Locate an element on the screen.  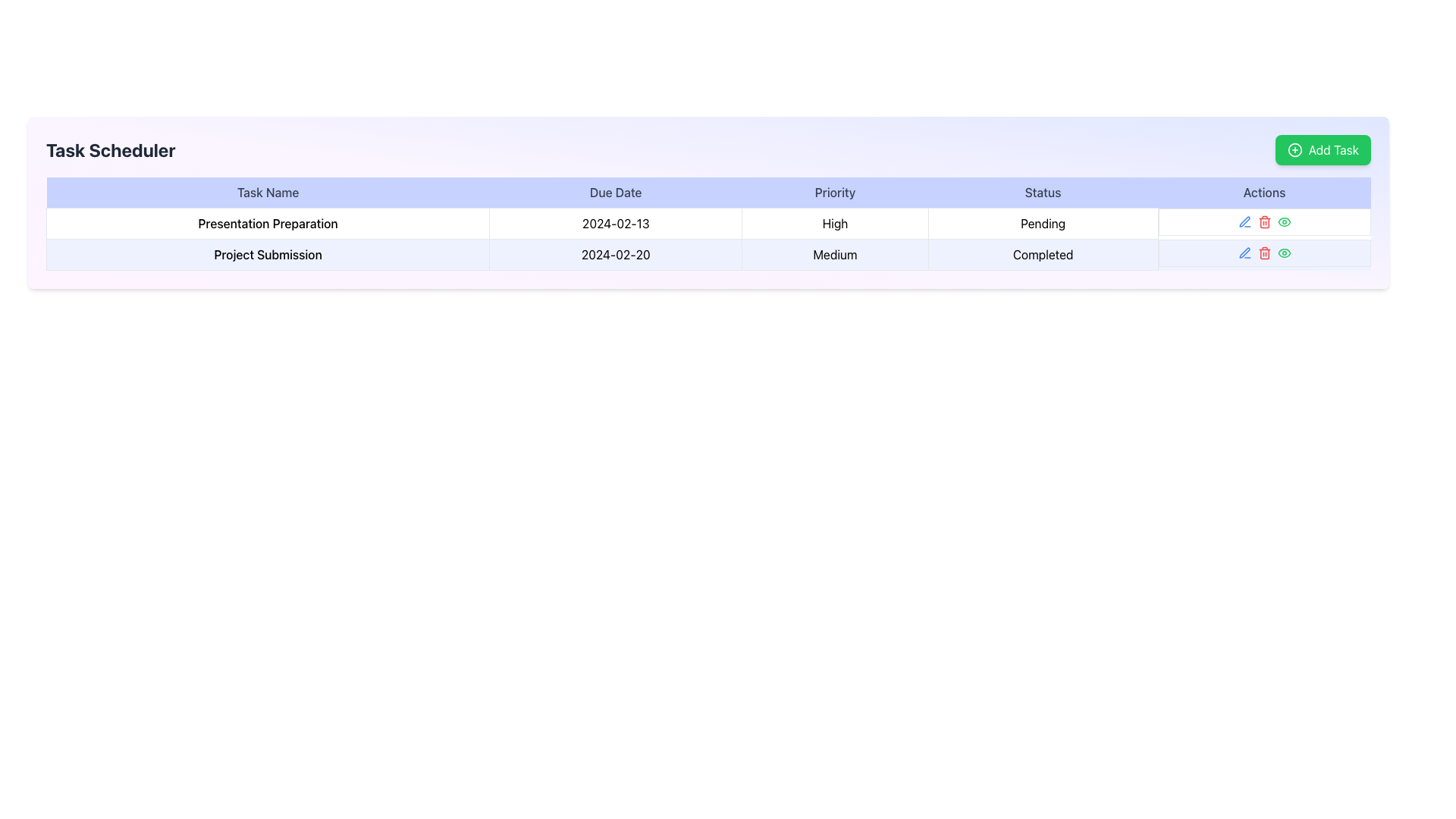
the static text label 'Task Scheduler', which is styled with bold, large font and located at the top left corner of the application interface is located at coordinates (110, 149).